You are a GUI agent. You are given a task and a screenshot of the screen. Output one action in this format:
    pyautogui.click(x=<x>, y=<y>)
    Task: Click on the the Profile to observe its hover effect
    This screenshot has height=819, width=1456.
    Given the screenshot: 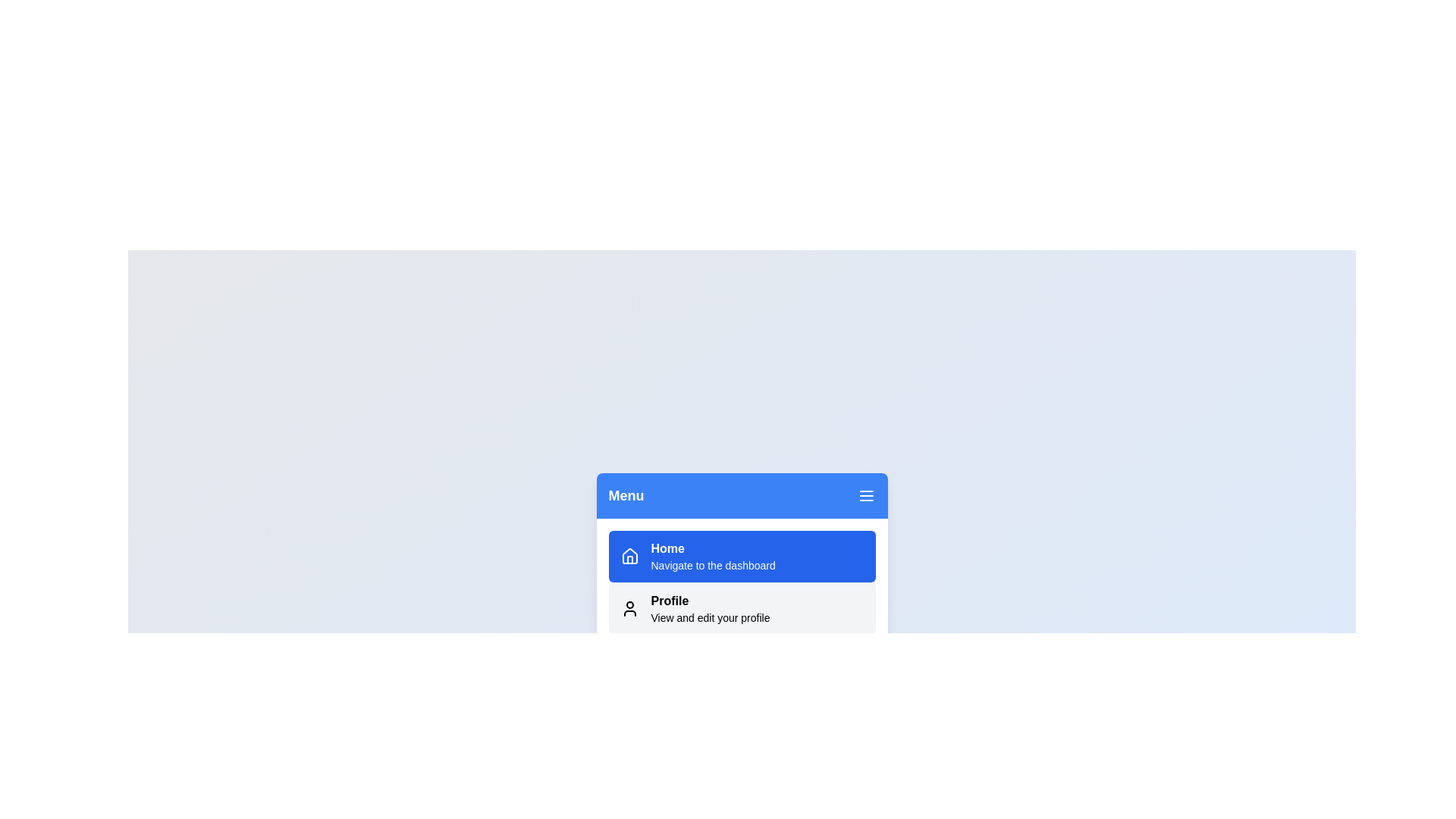 What is the action you would take?
    pyautogui.click(x=742, y=607)
    